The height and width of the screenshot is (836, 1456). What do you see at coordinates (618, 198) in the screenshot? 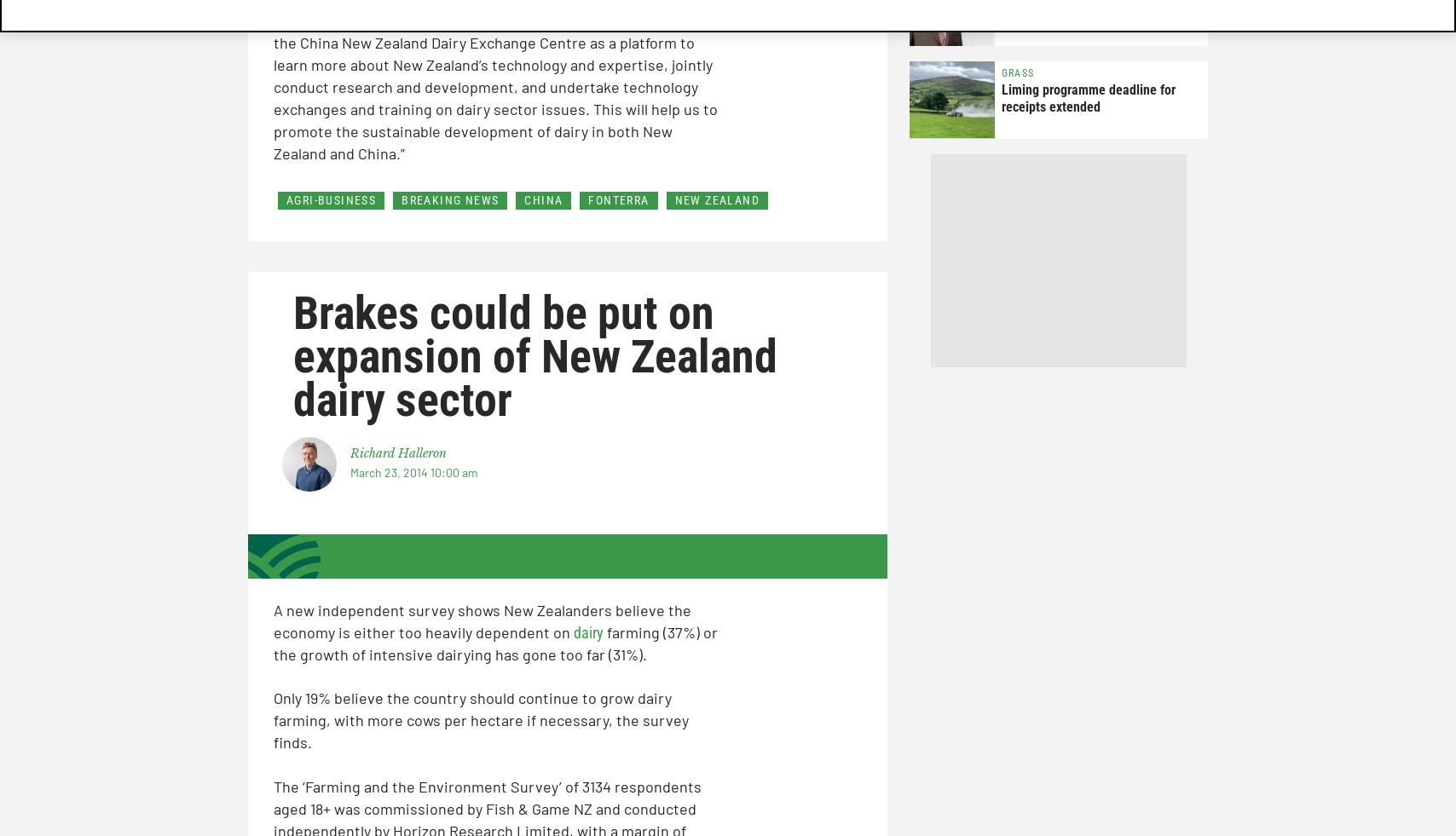
I see `'FONTERRA'` at bounding box center [618, 198].